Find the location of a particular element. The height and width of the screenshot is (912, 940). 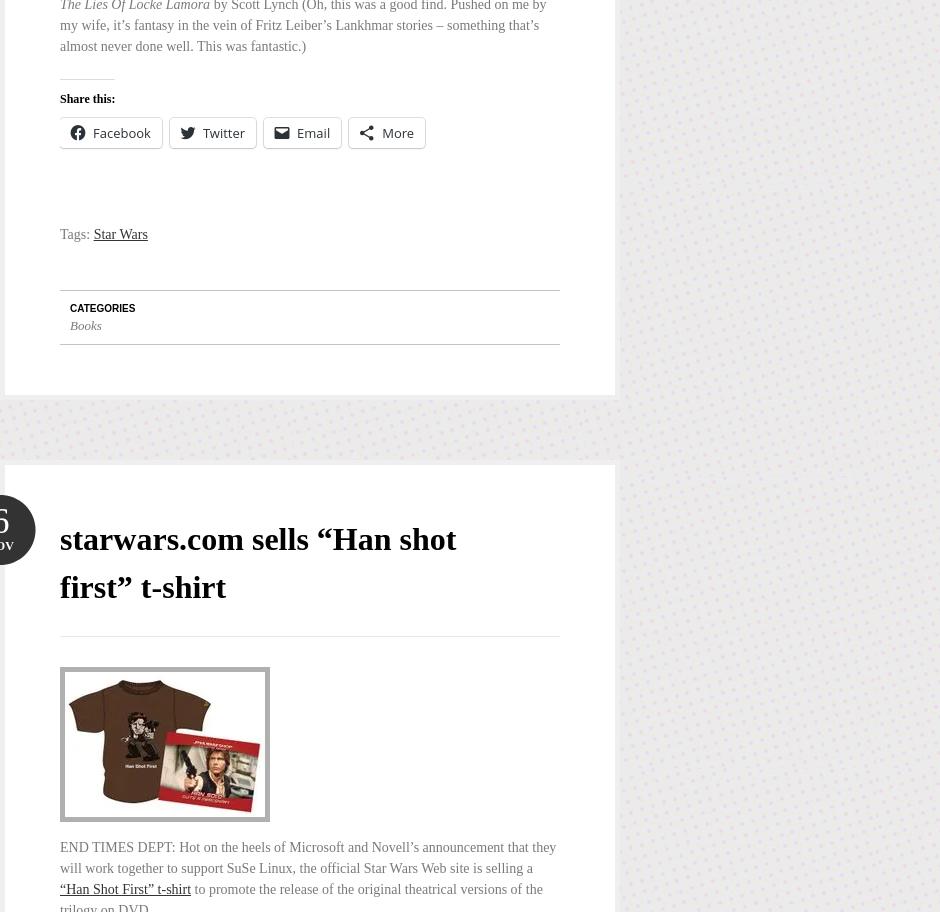

'More' is located at coordinates (397, 131).